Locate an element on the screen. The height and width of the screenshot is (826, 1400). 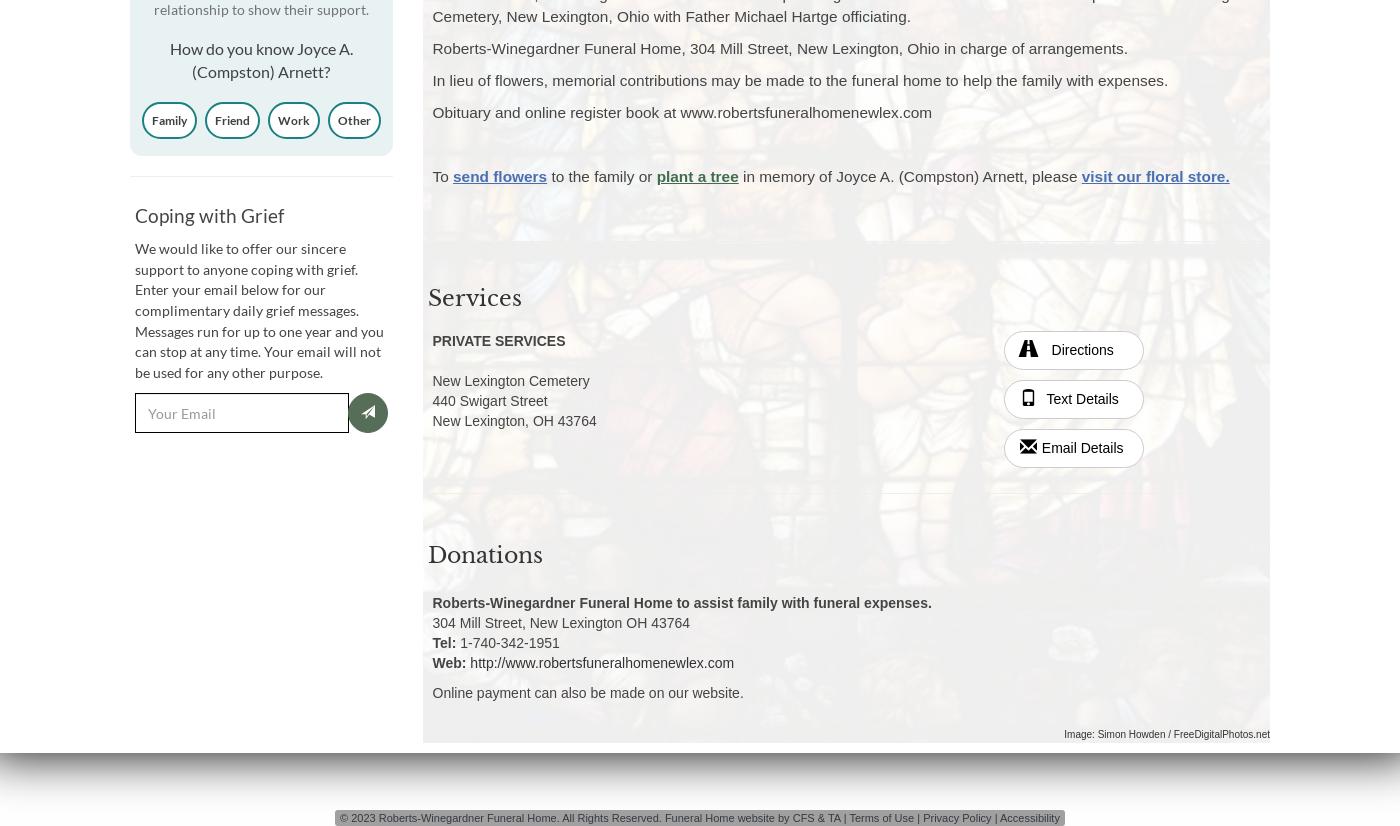
'Friend' is located at coordinates (231, 119).